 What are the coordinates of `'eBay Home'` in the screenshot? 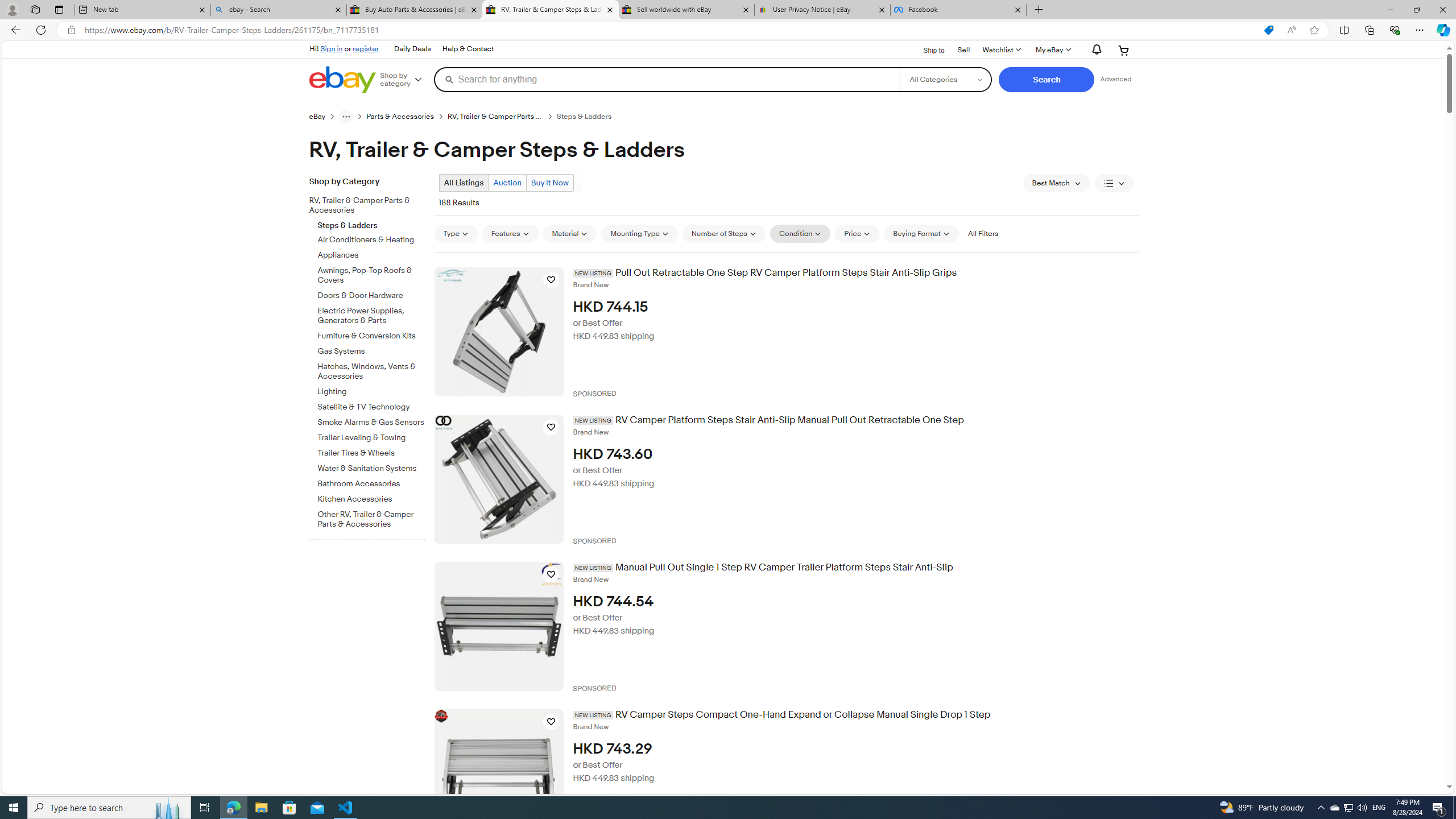 It's located at (341, 79).